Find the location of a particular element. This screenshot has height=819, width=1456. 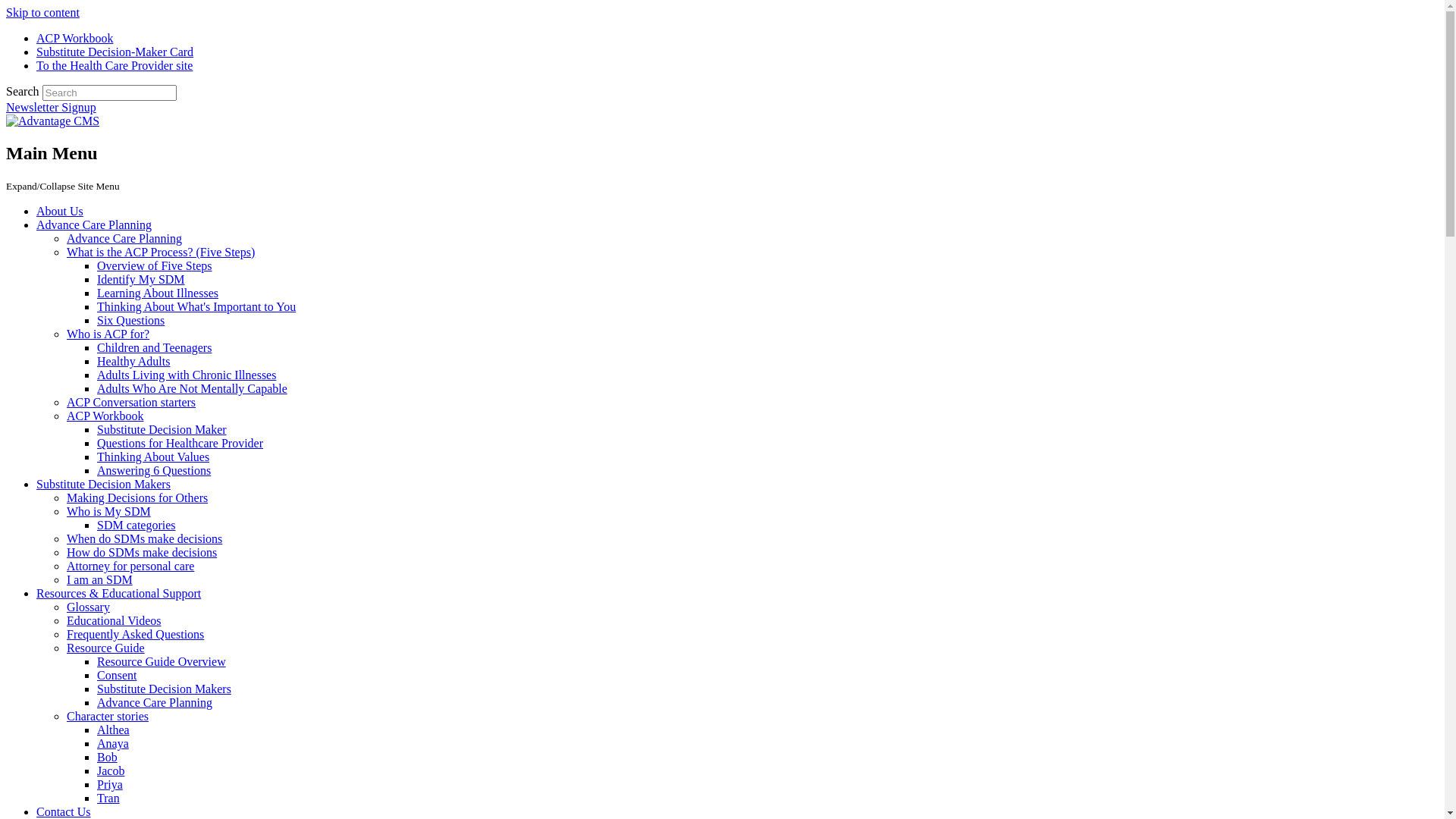

'Skip to content' is located at coordinates (42, 12).